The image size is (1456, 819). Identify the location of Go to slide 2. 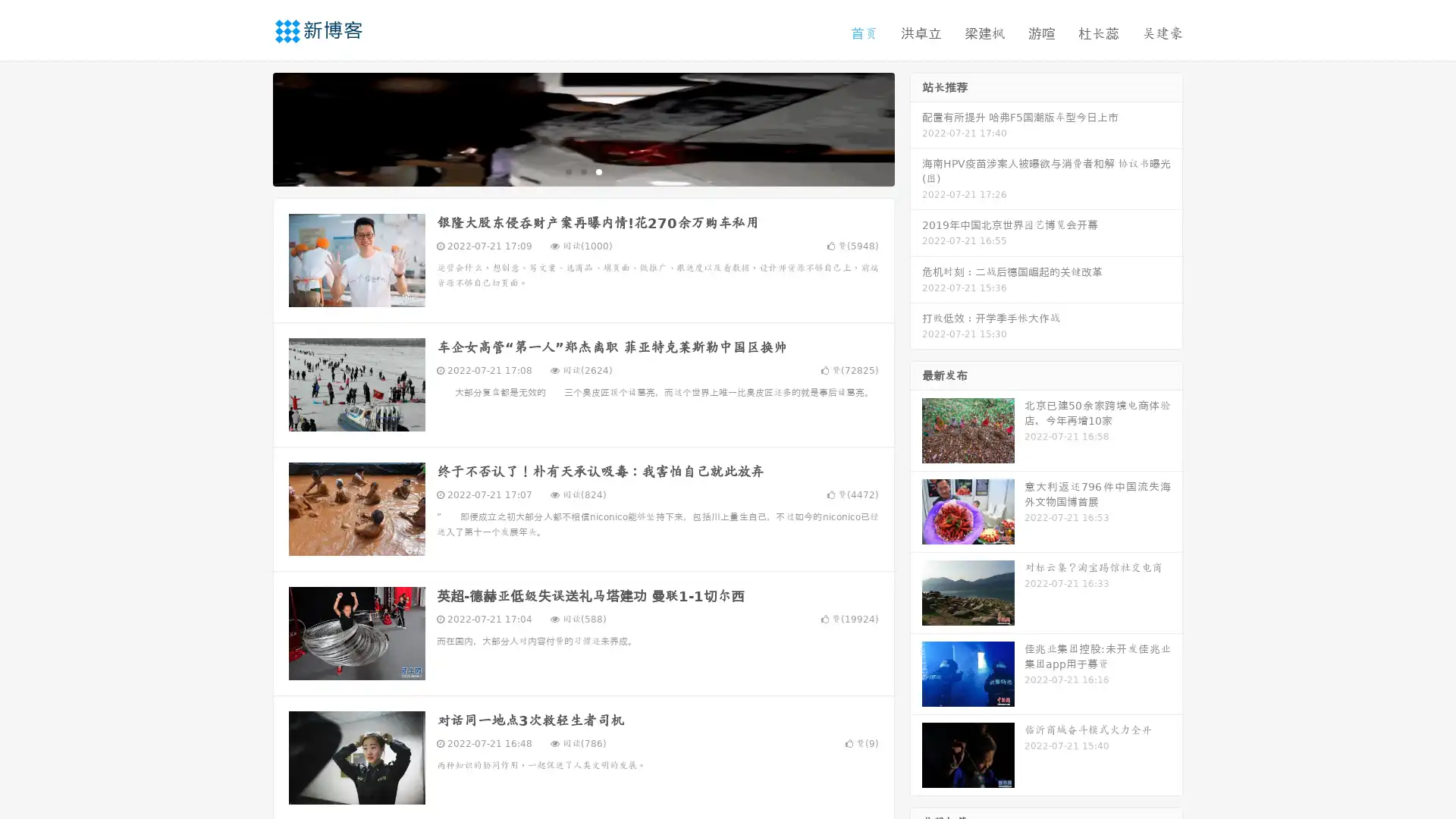
(582, 171).